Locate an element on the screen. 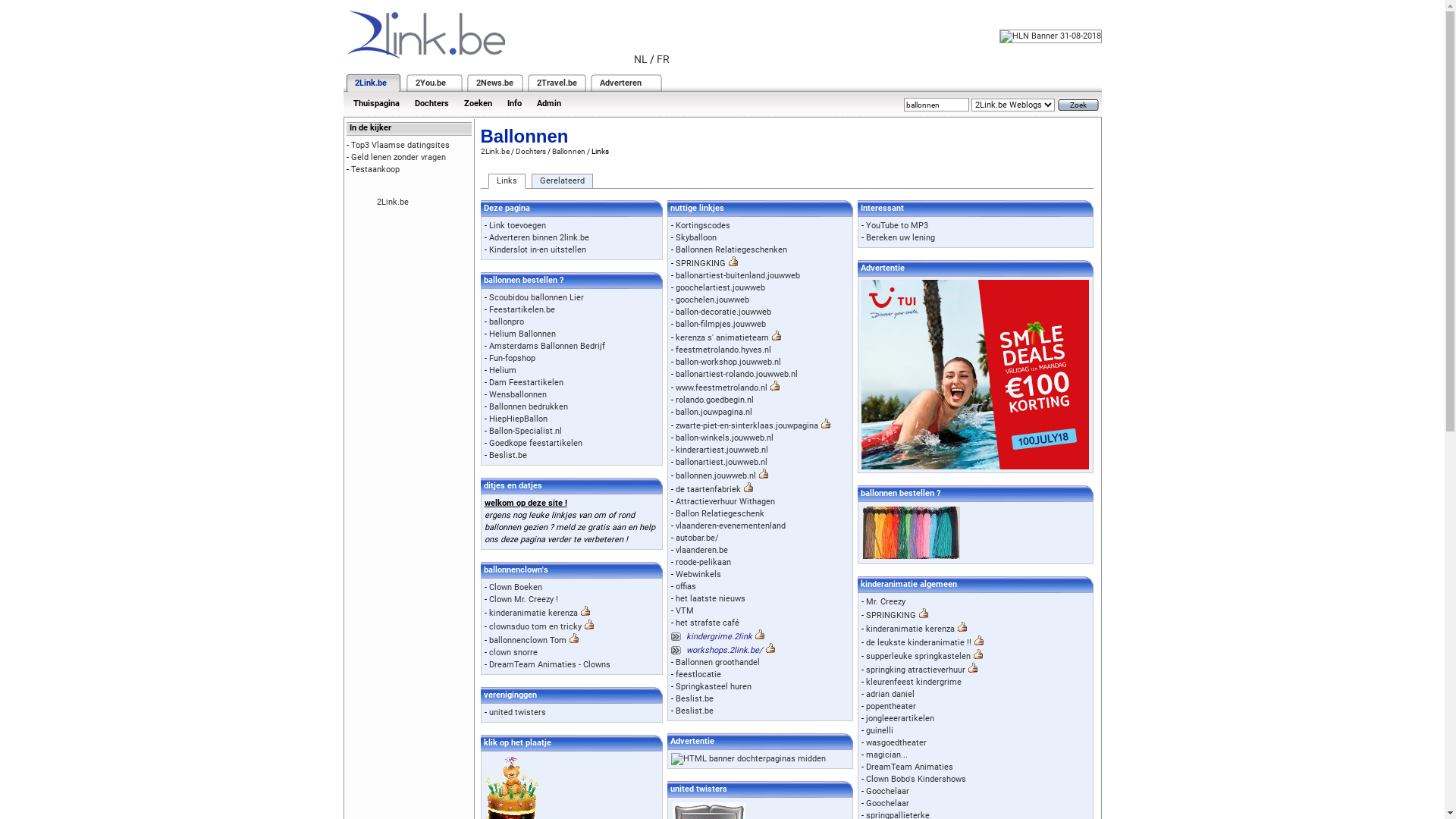  'adrian daniel' is located at coordinates (890, 694).